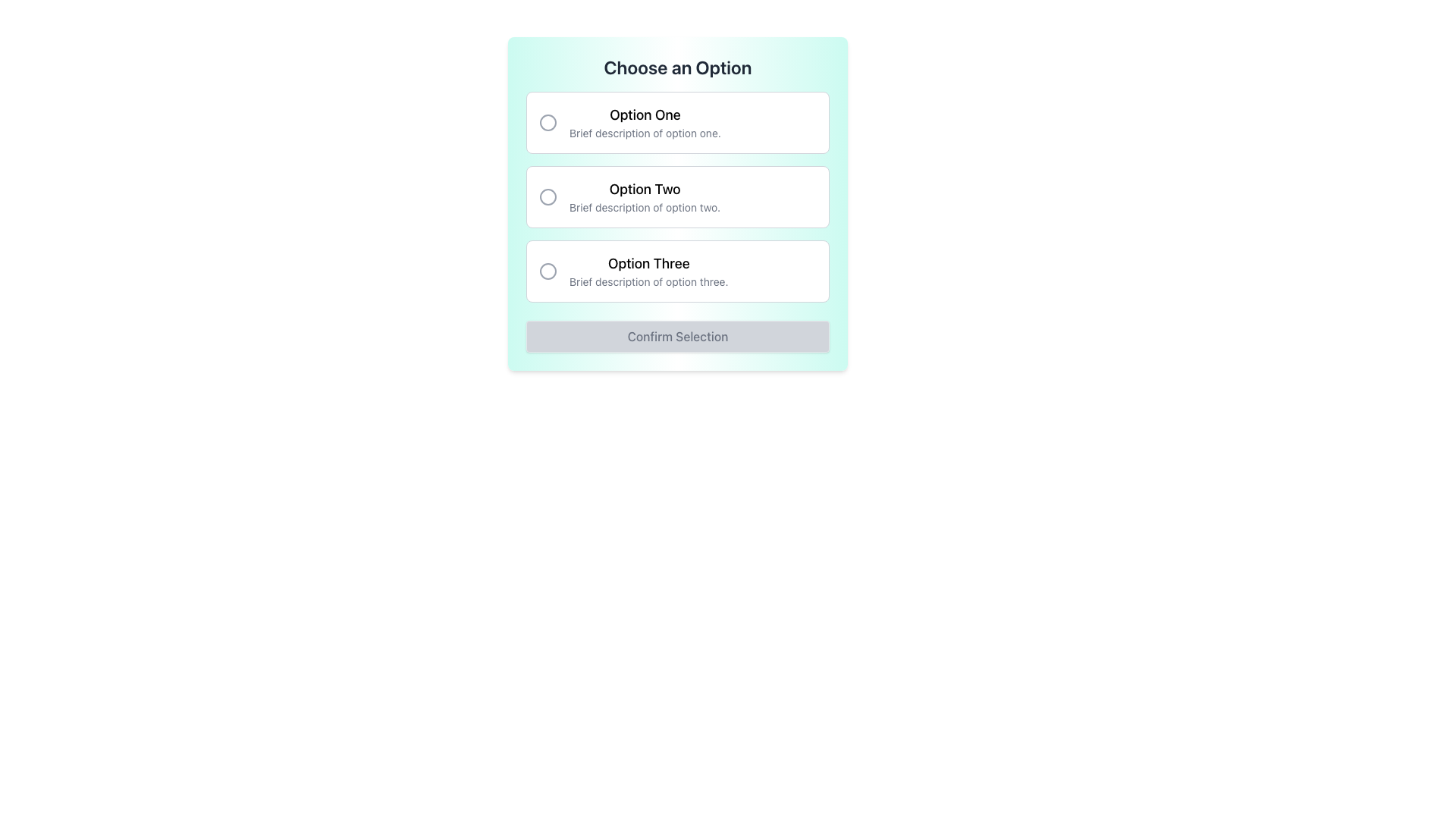 The image size is (1456, 819). What do you see at coordinates (548, 122) in the screenshot?
I see `the first circular radio button for 'Option One' in the vertical list of options` at bounding box center [548, 122].